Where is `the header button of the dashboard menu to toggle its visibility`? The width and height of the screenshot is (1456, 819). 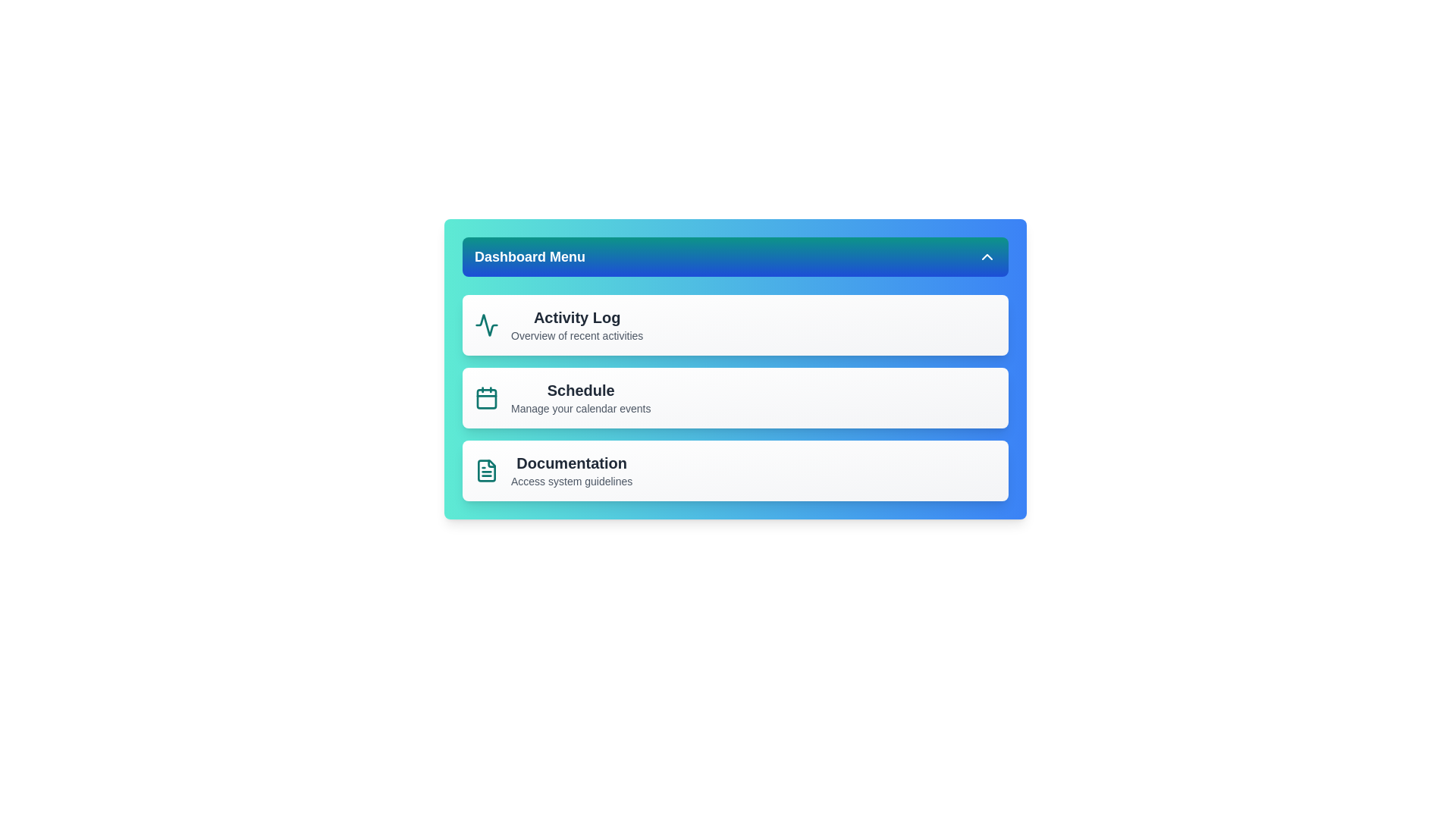 the header button of the dashboard menu to toggle its visibility is located at coordinates (735, 256).